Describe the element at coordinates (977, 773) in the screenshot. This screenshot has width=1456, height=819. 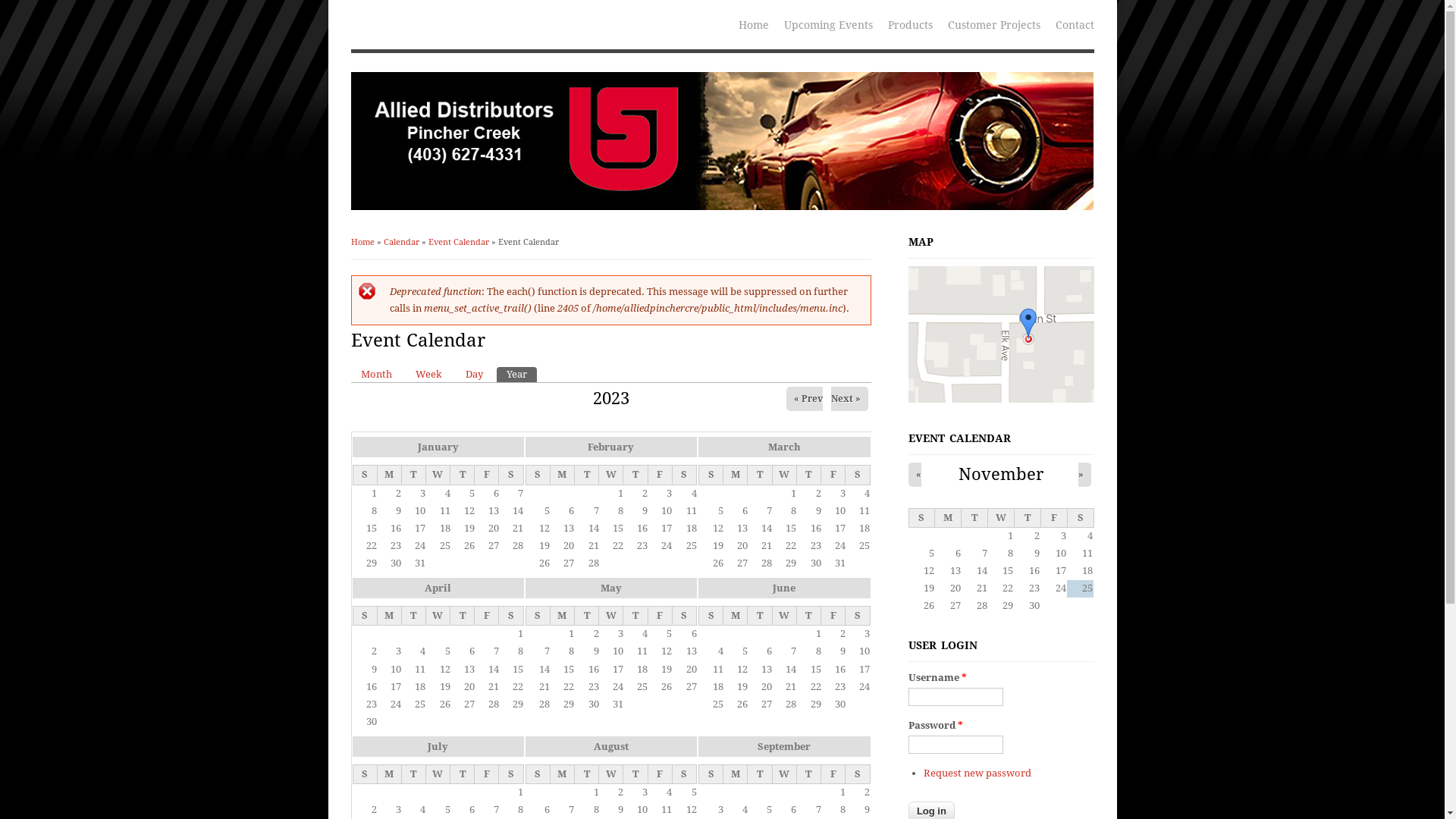
I see `'Request new password'` at that location.